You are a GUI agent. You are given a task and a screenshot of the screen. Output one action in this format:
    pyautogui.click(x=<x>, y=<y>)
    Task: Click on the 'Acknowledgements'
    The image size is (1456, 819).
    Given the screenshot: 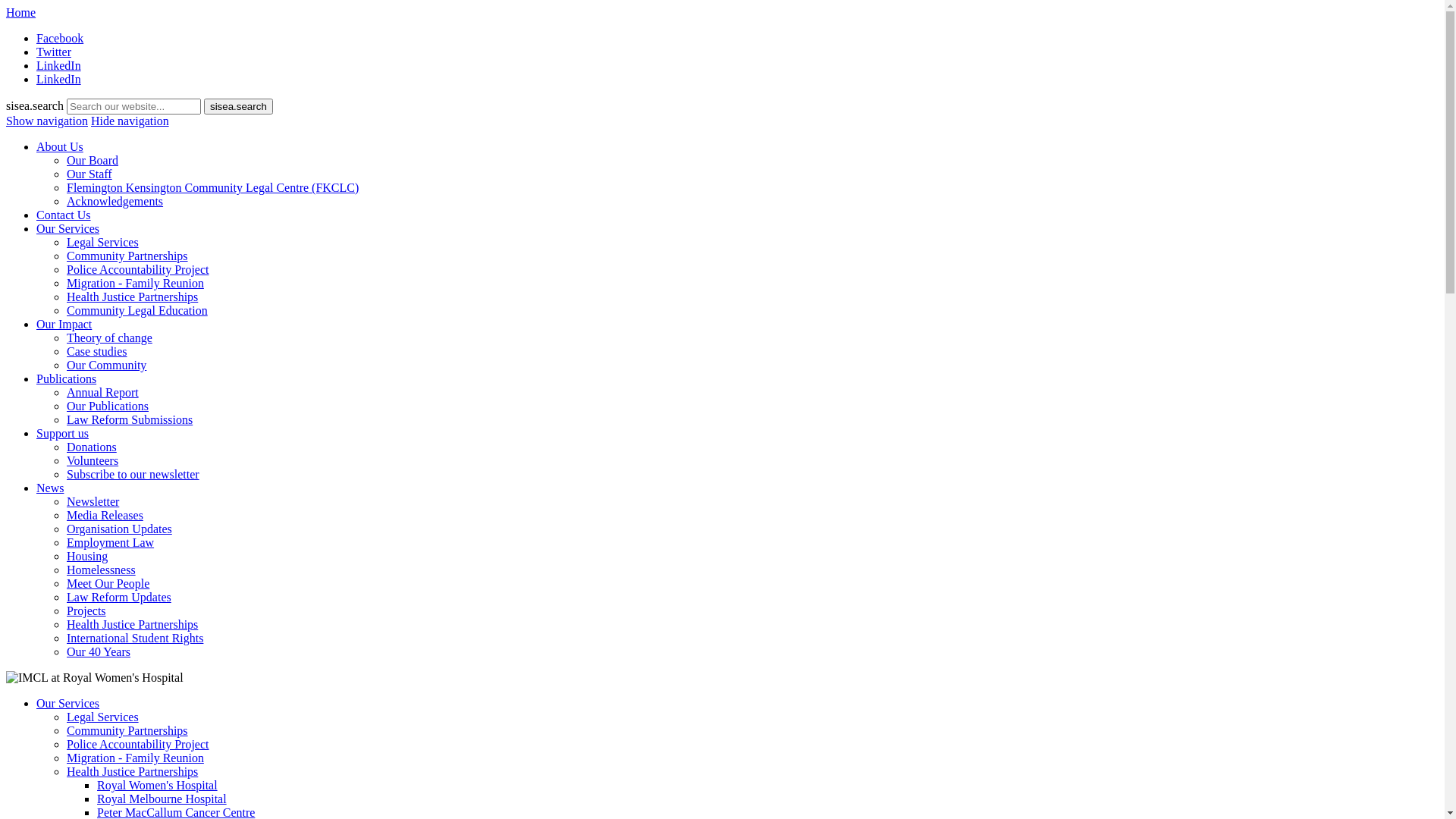 What is the action you would take?
    pyautogui.click(x=65, y=200)
    